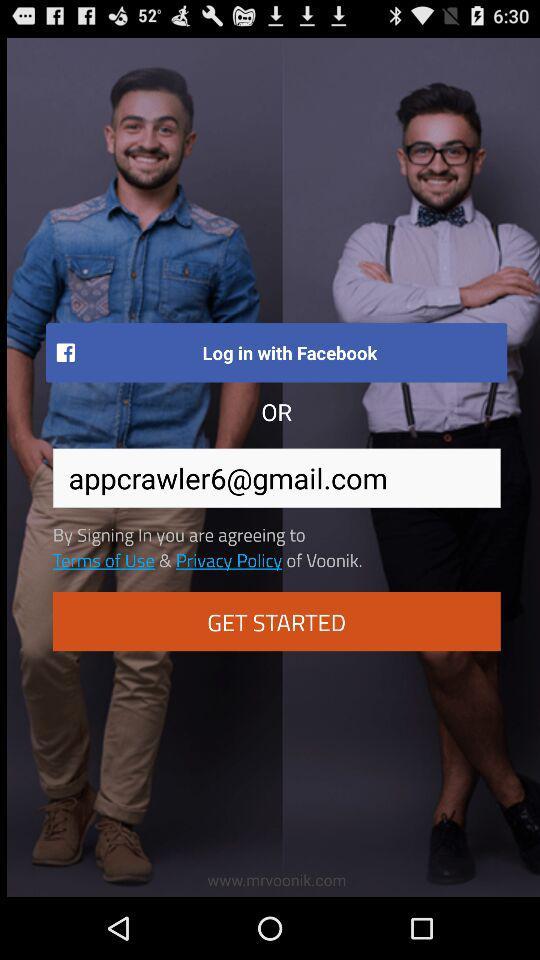 The image size is (540, 960). Describe the element at coordinates (103, 559) in the screenshot. I see `terms of use item` at that location.